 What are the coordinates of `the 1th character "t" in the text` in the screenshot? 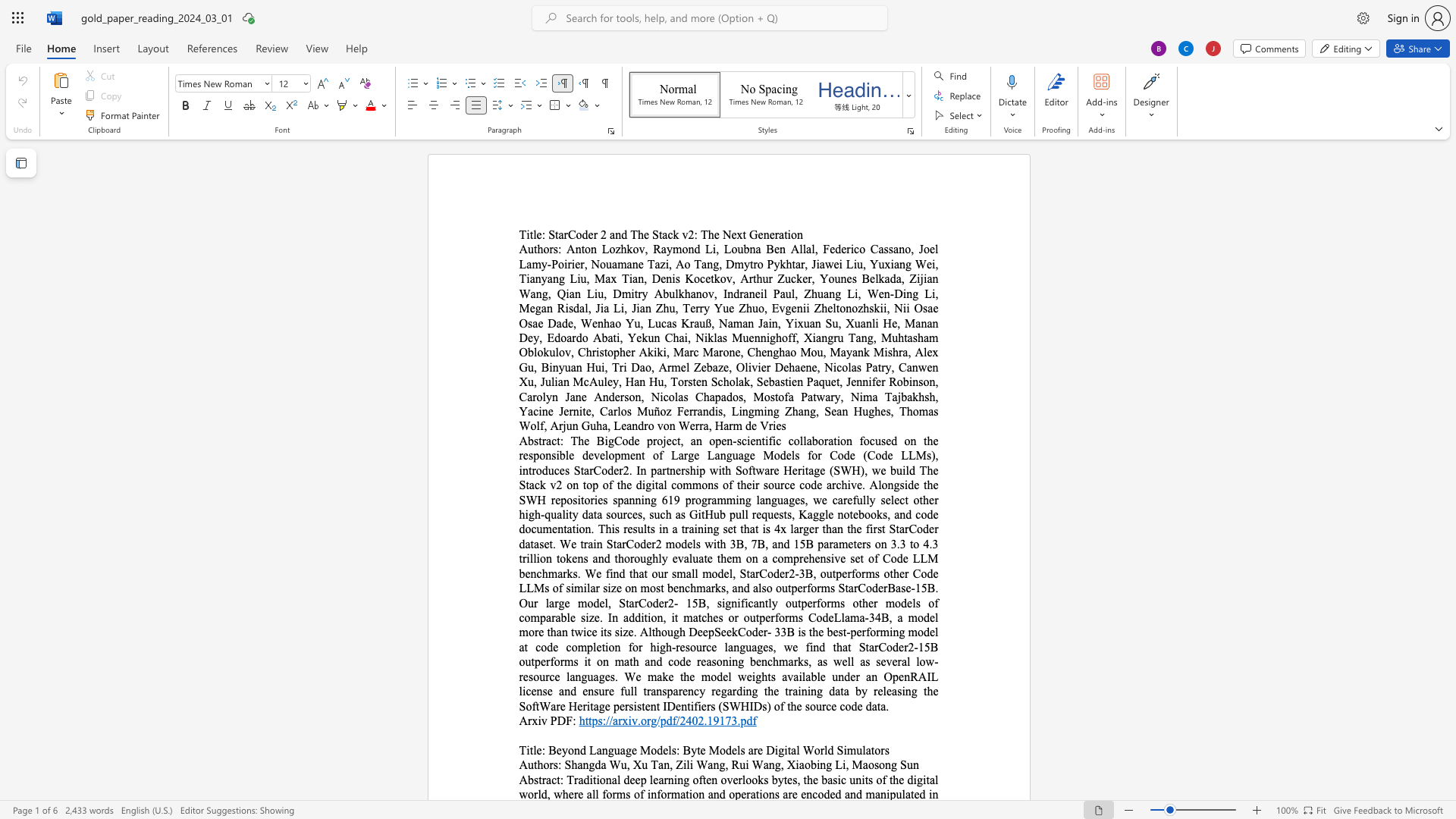 It's located at (540, 780).